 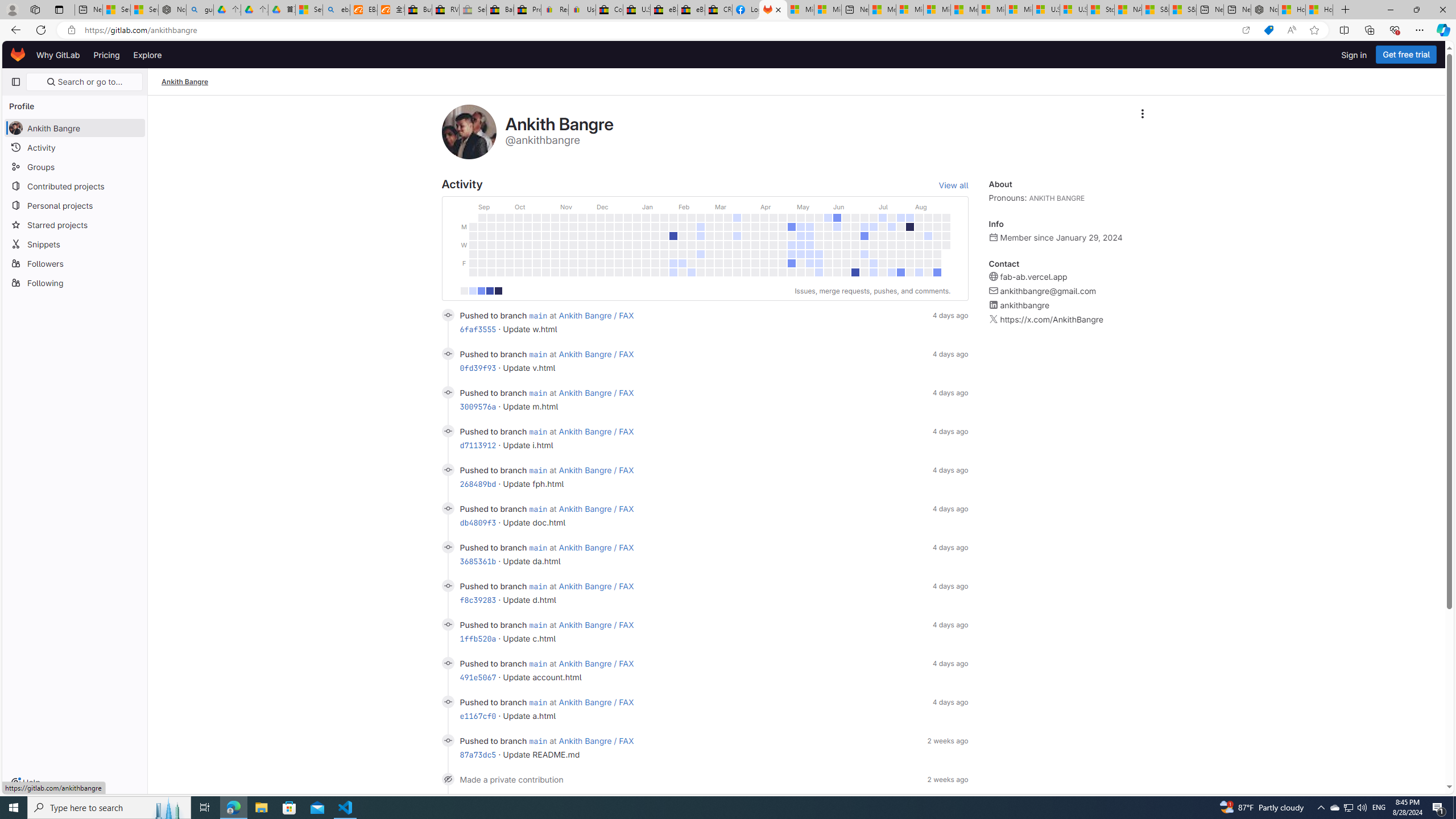 What do you see at coordinates (554, 9) in the screenshot?
I see `'Register: Create a personal eBay account'` at bounding box center [554, 9].